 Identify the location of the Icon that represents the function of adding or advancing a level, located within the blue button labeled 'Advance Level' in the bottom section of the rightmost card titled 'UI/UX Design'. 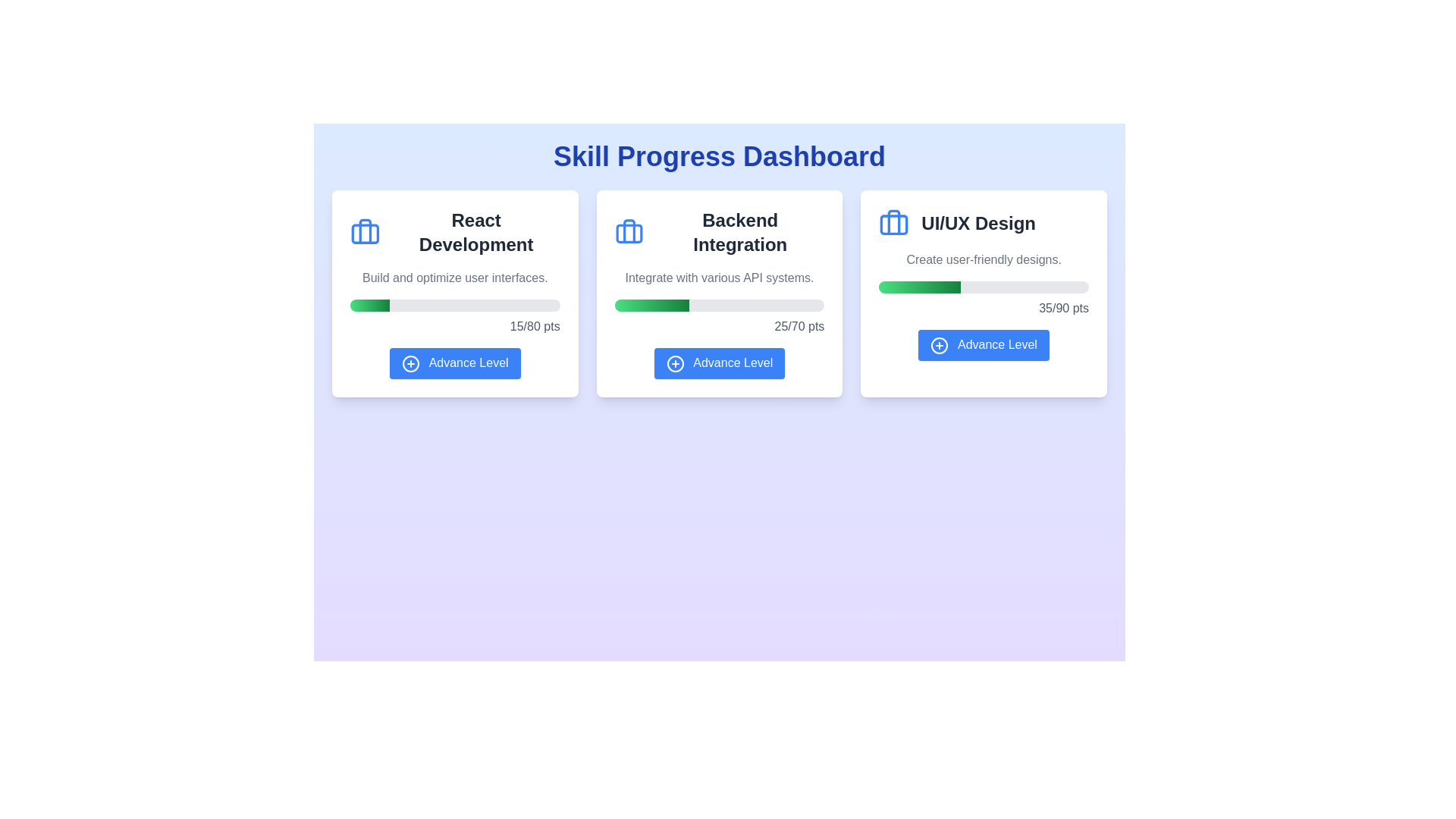
(939, 345).